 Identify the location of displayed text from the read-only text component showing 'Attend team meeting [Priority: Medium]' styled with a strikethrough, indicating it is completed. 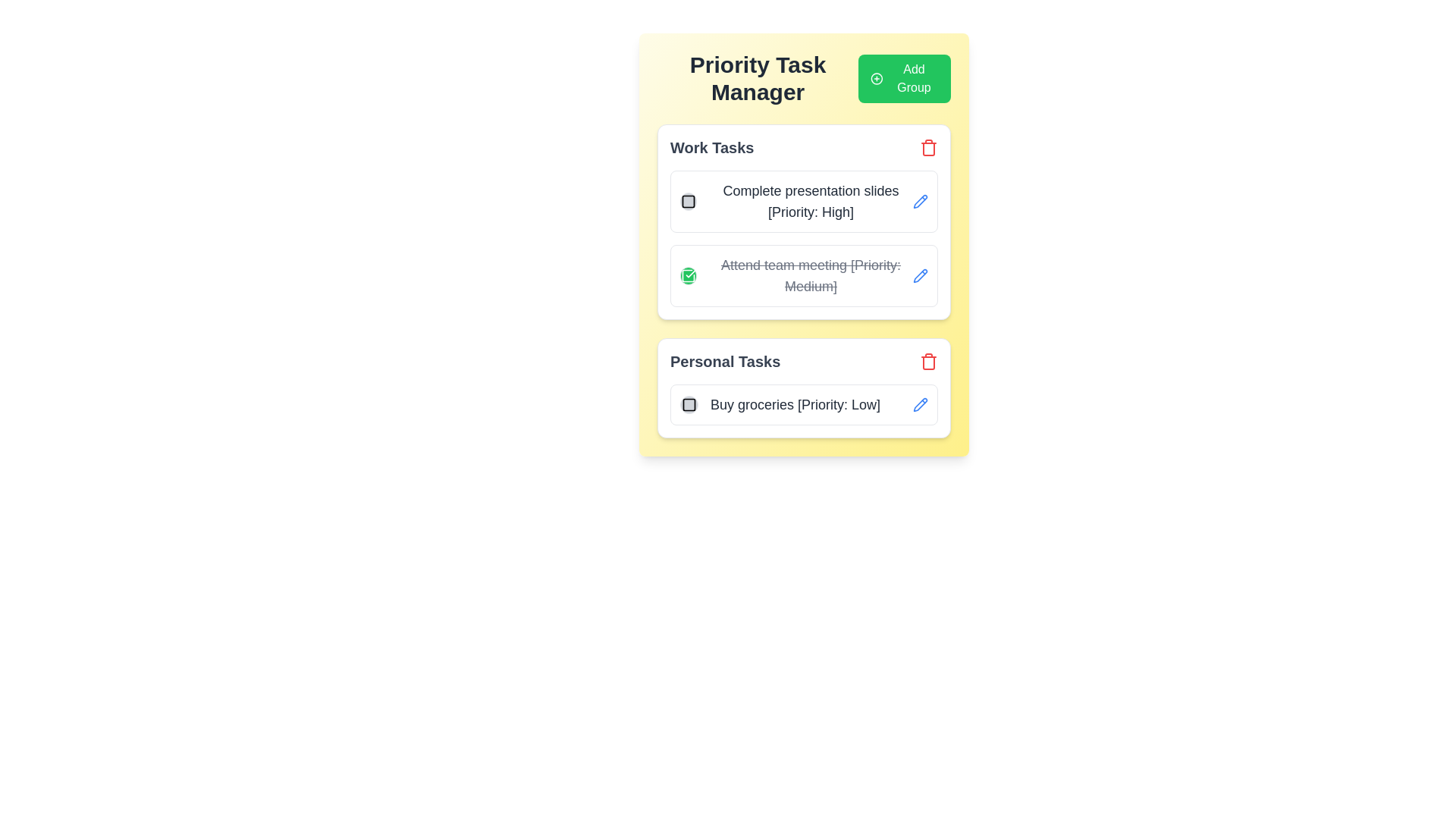
(810, 275).